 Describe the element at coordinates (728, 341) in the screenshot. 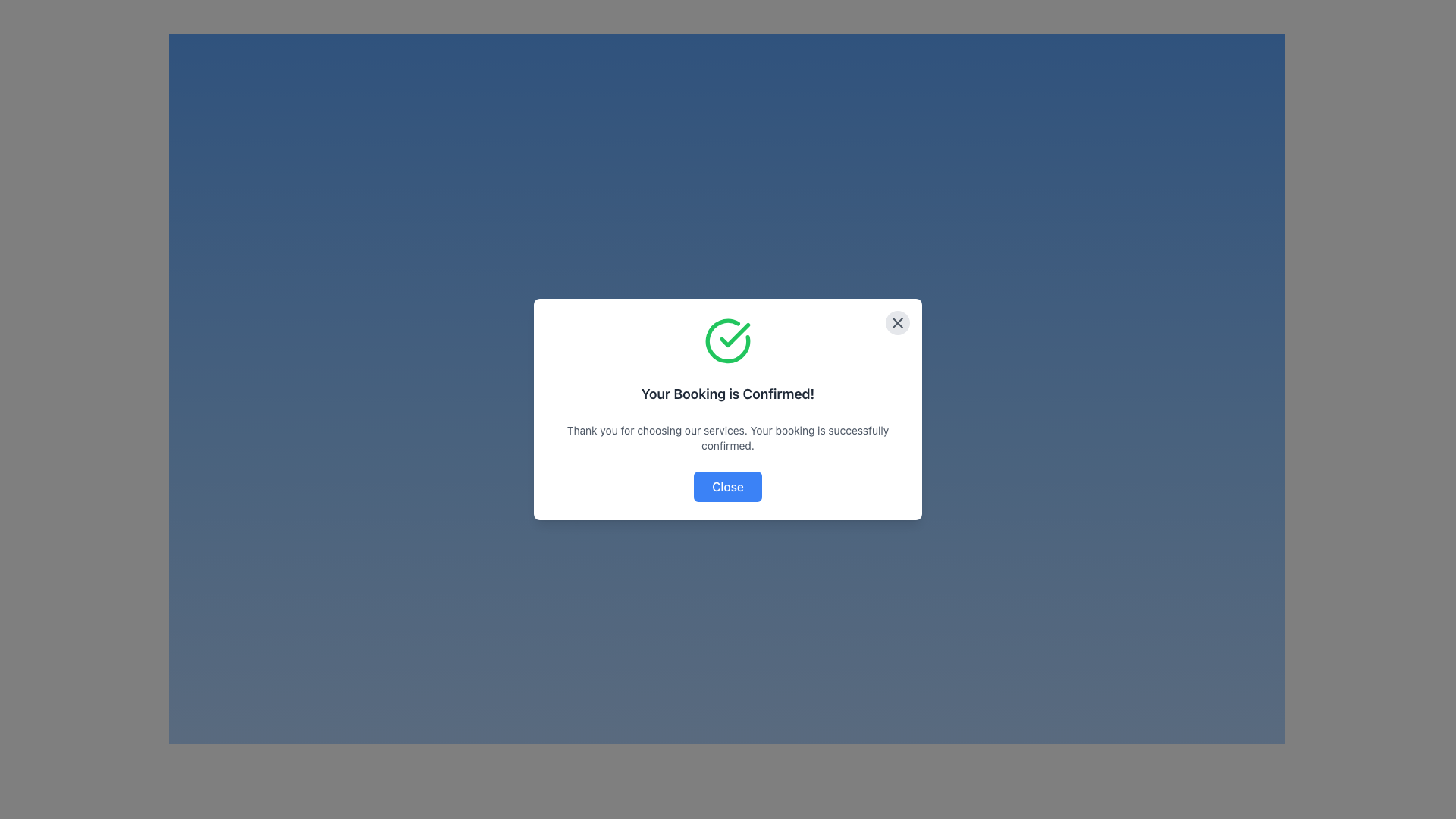

I see `the circular icon with a green outline and a checkmark symbol inside, located at the top center of the modal dialog box, above the text 'Your Booking is Confirmed!'` at that location.